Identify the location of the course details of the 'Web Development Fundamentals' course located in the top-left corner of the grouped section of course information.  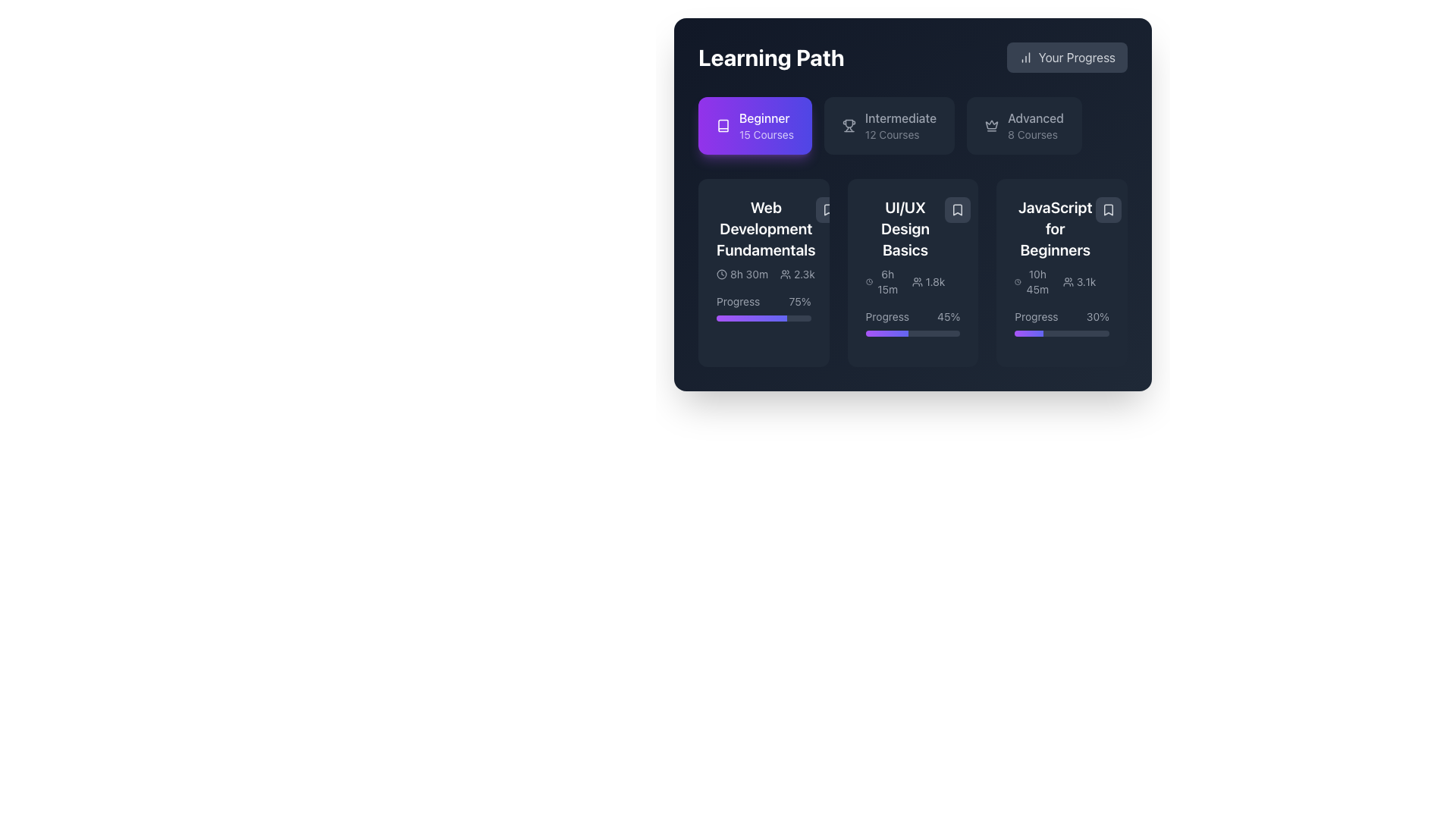
(765, 239).